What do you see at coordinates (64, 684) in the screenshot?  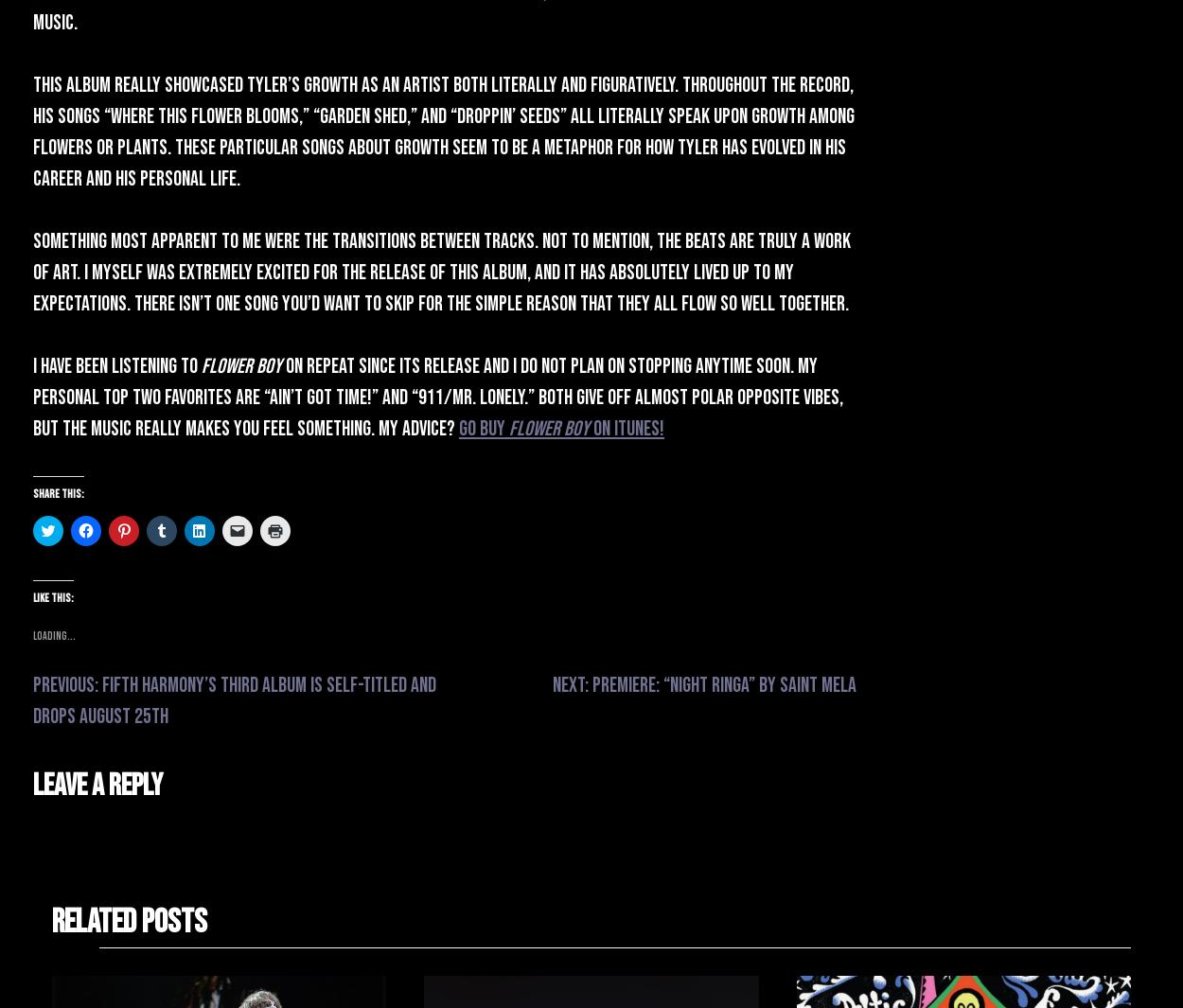 I see `'Previous:'` at bounding box center [64, 684].